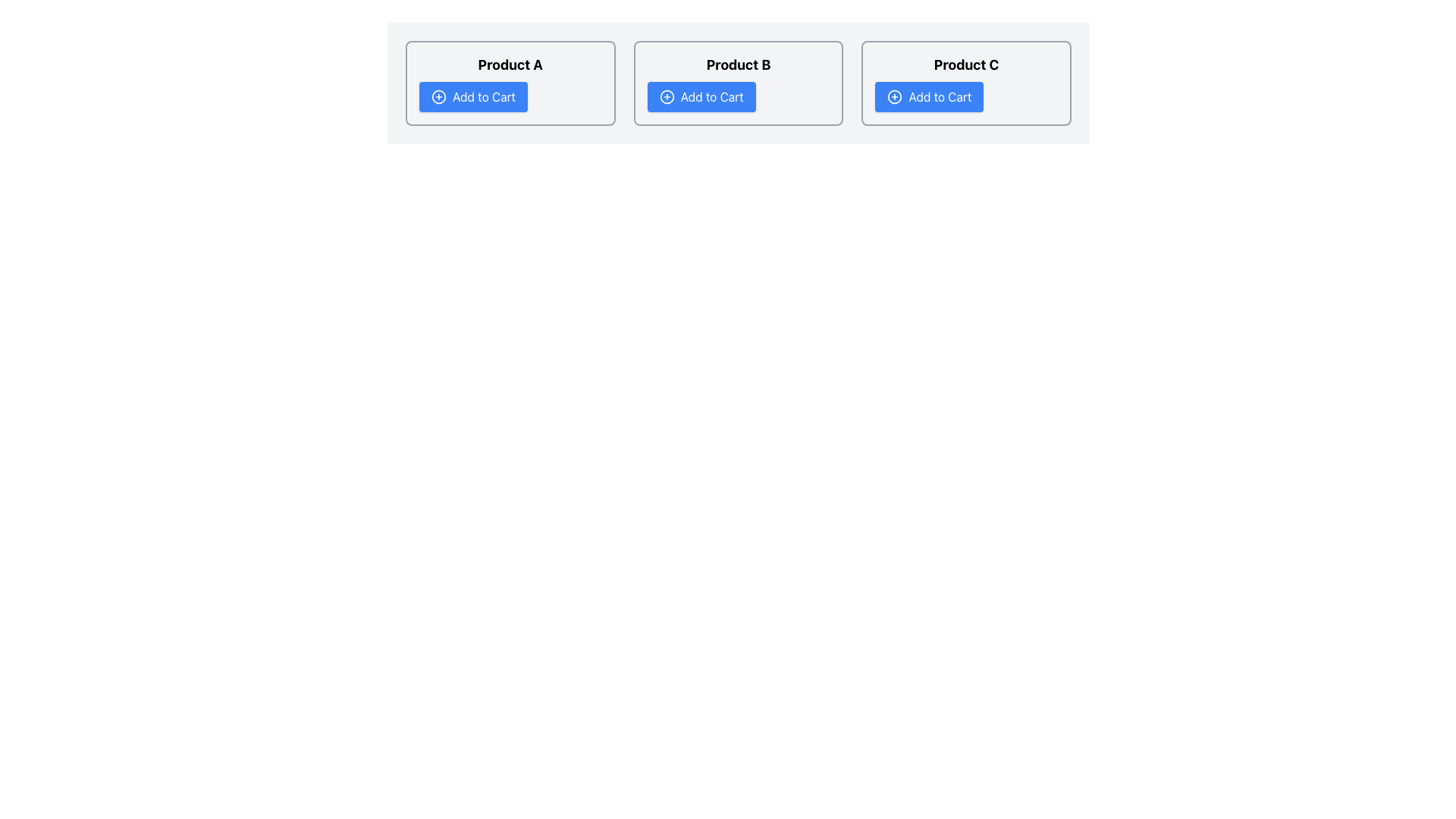  What do you see at coordinates (438, 96) in the screenshot?
I see `the 'Add to Cart' icon, which is located on the left side of the button labeled 'Add to Cart'` at bounding box center [438, 96].